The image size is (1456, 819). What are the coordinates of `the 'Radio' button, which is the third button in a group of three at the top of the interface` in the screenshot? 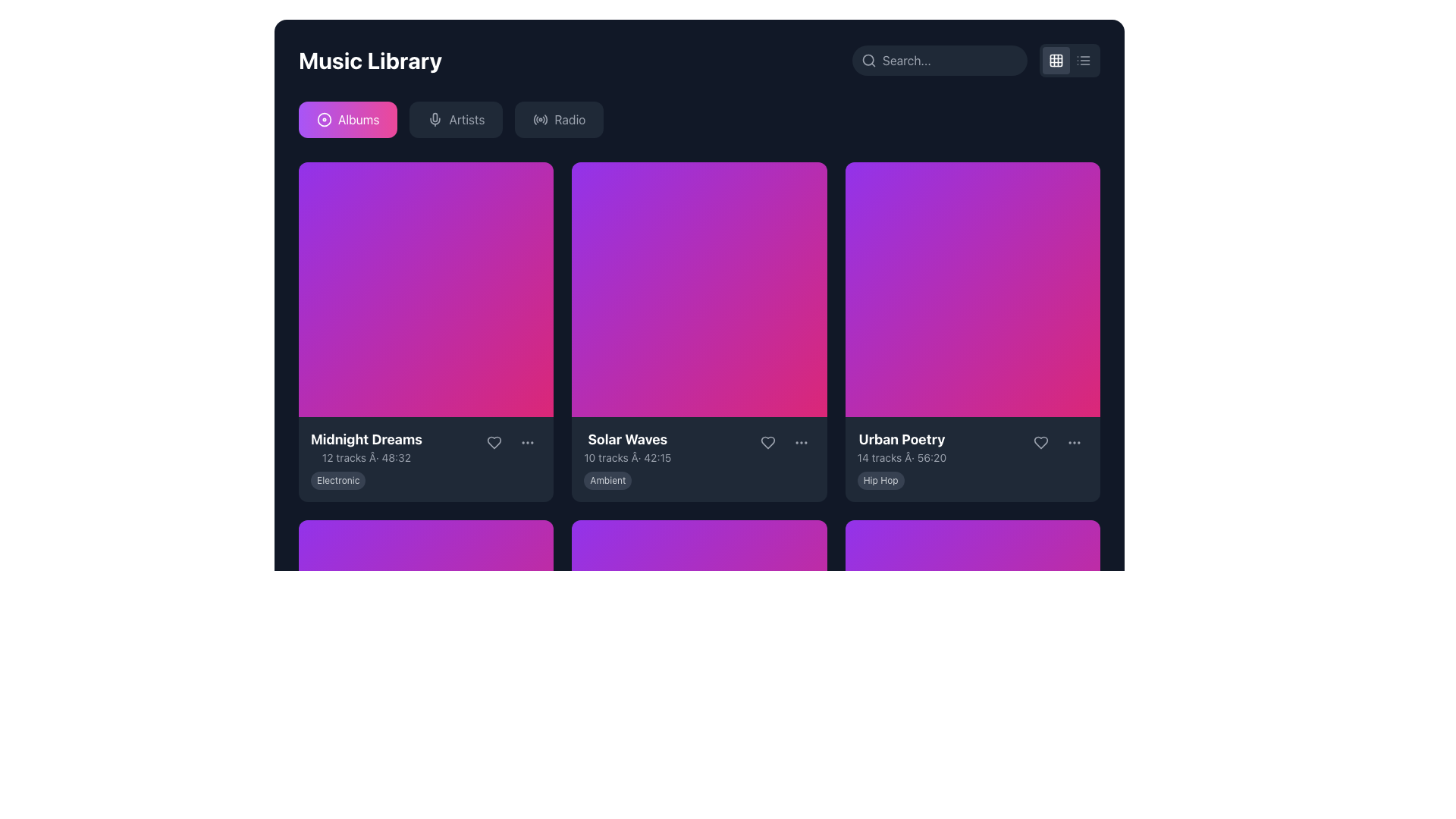 It's located at (558, 119).